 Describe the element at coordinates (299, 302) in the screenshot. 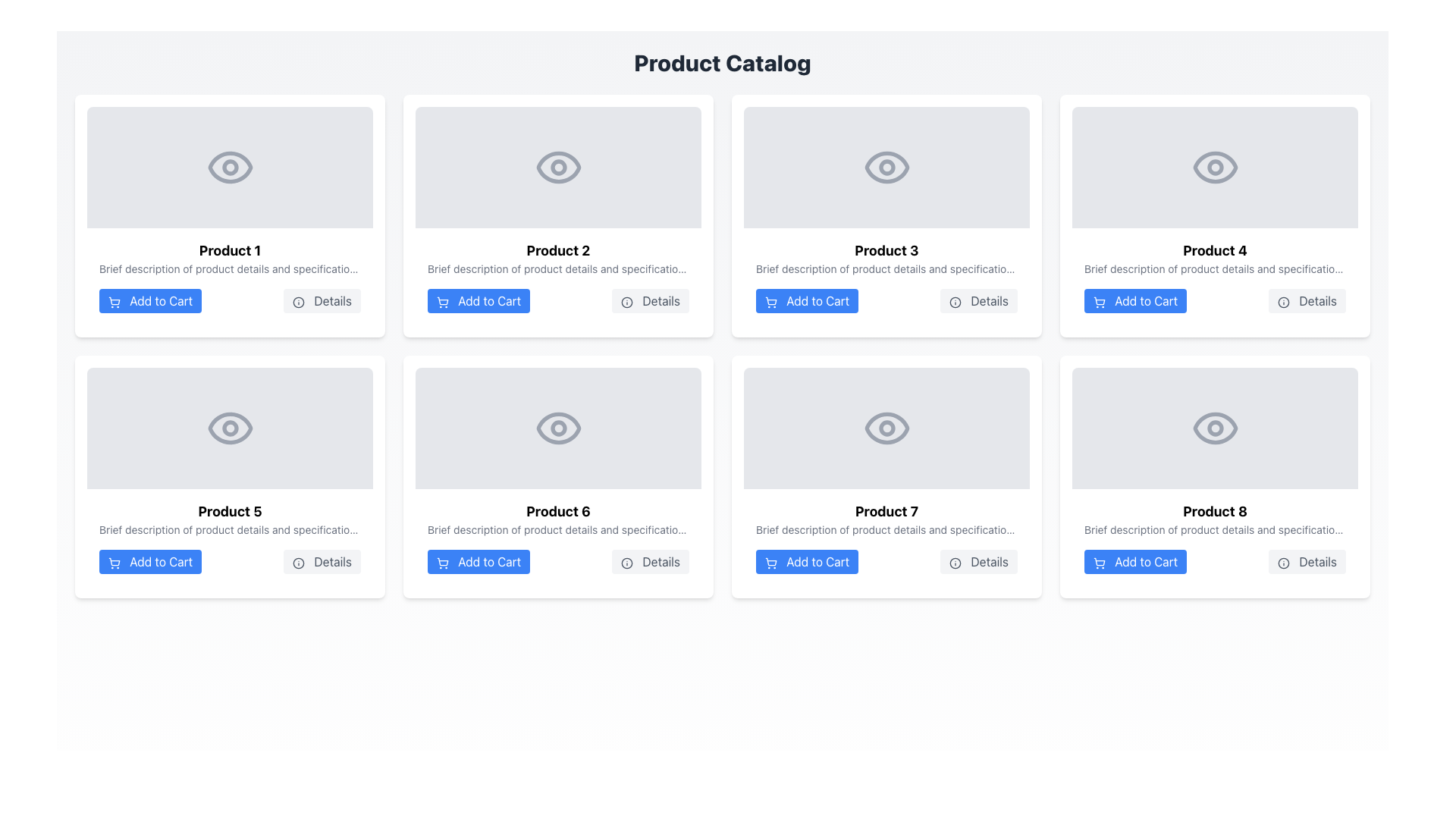

I see `the decorative circle element that is part of the information icon located to the left of the 'Details' button` at that location.